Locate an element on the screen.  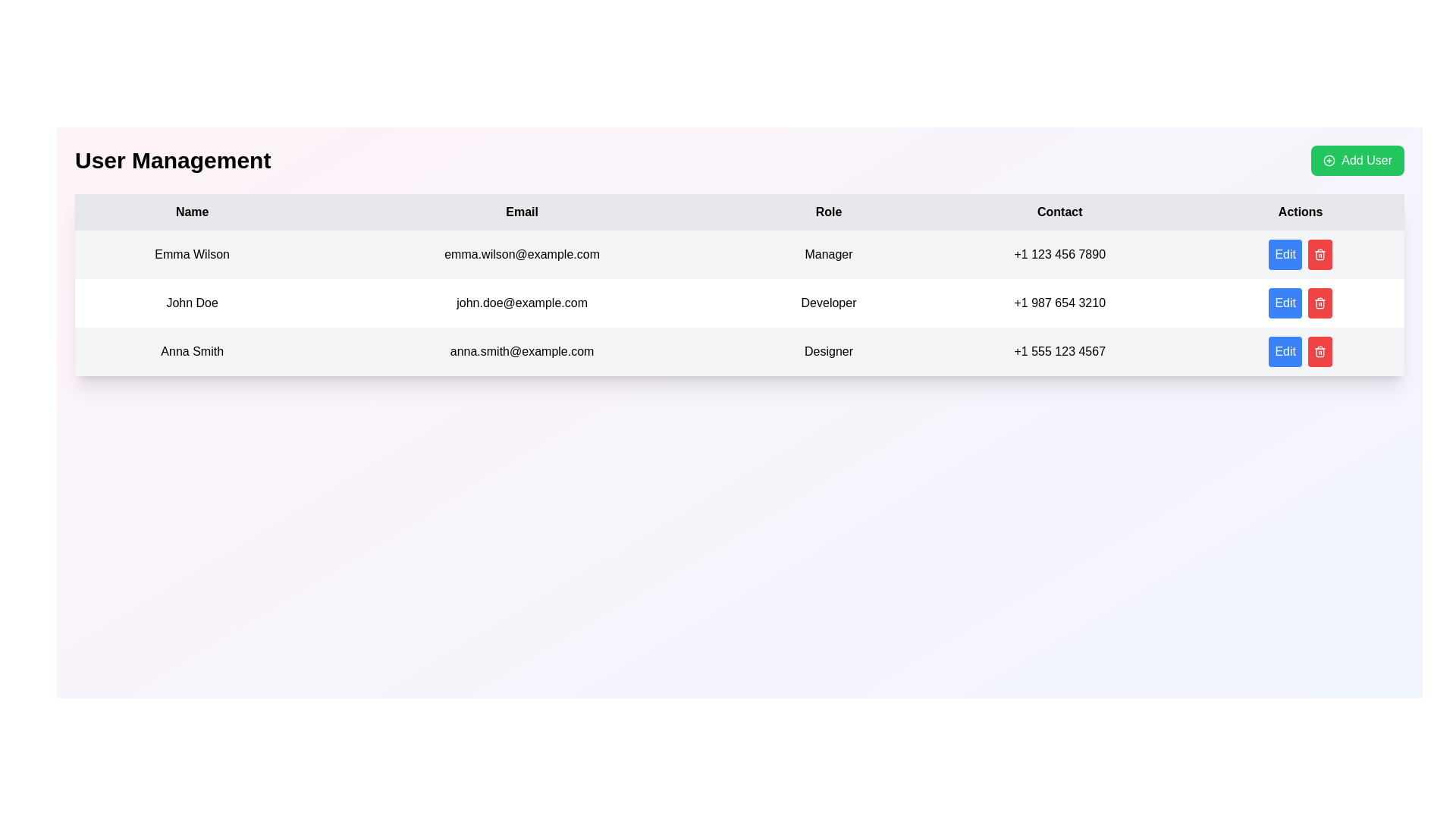
the 'Add User' button located in the top-right corner of the user interface, which contains the icon representing the add or create action is located at coordinates (1329, 161).